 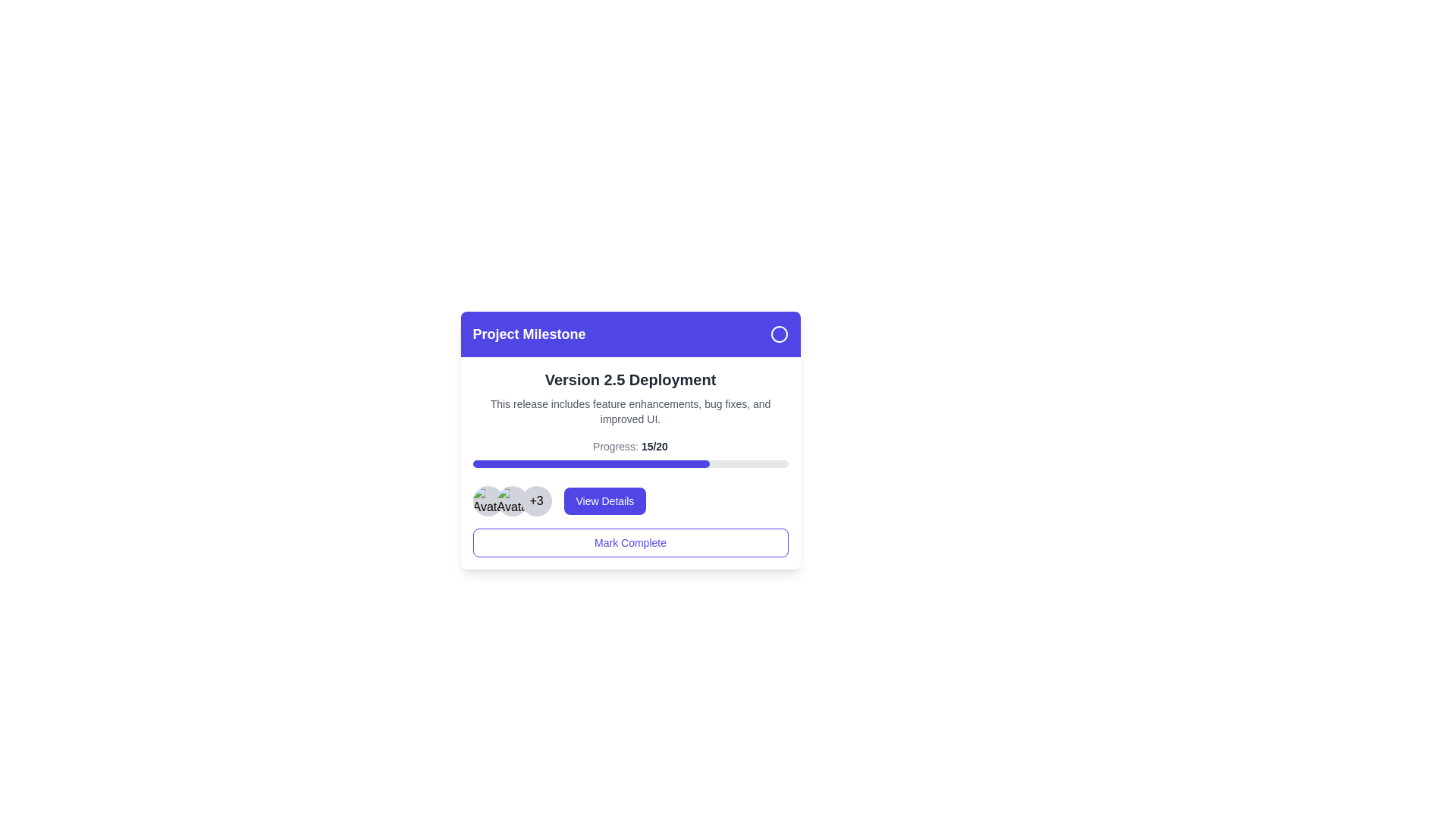 What do you see at coordinates (590, 463) in the screenshot?
I see `the filled section of the progress bar, which is styled in dark indigo and indicates 75% completion, located below the text 'Progress: 15/20' in the 'Project Milestone' section` at bounding box center [590, 463].